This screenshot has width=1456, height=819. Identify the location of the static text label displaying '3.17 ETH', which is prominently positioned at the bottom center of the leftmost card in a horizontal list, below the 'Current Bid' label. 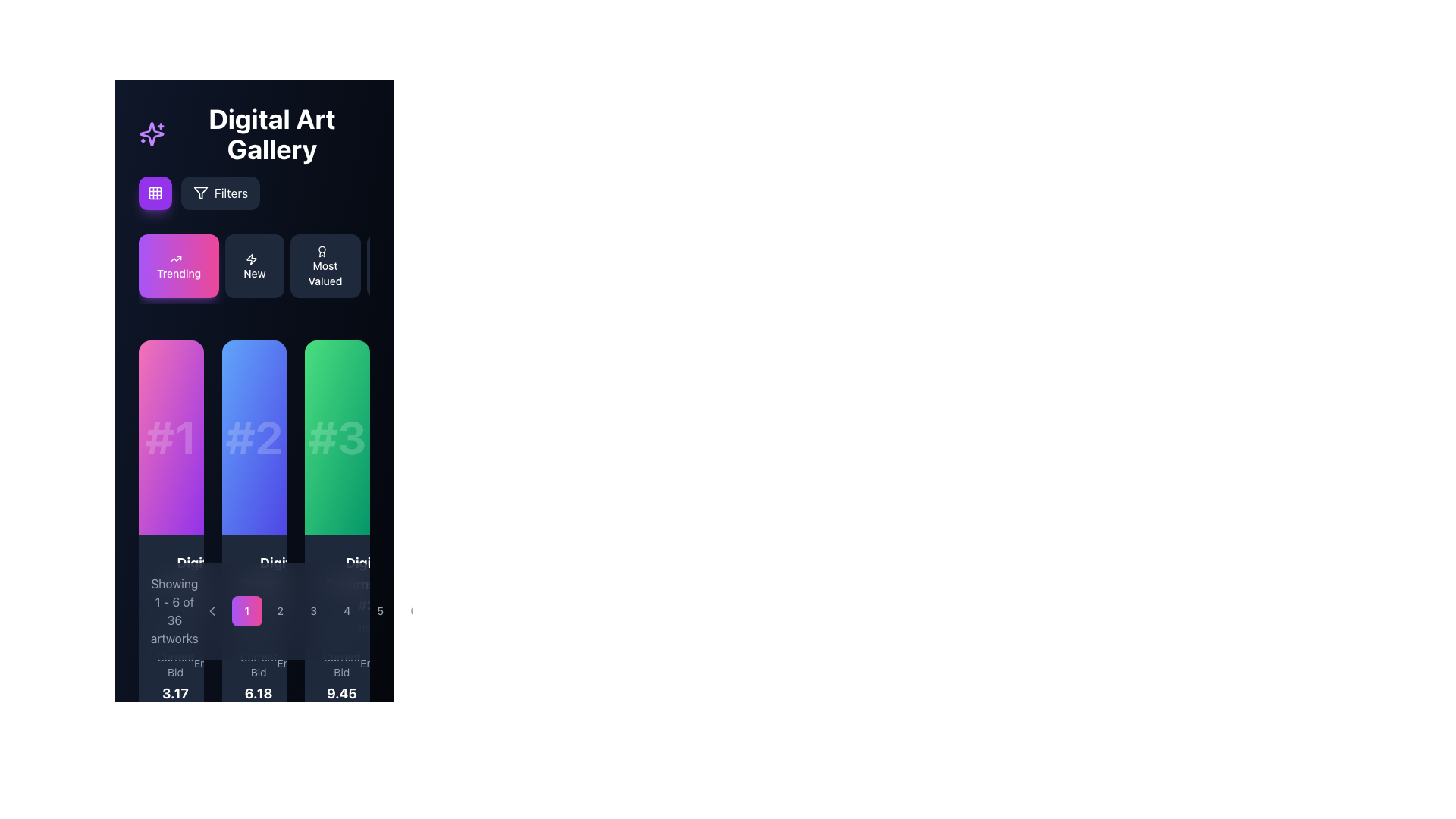
(175, 704).